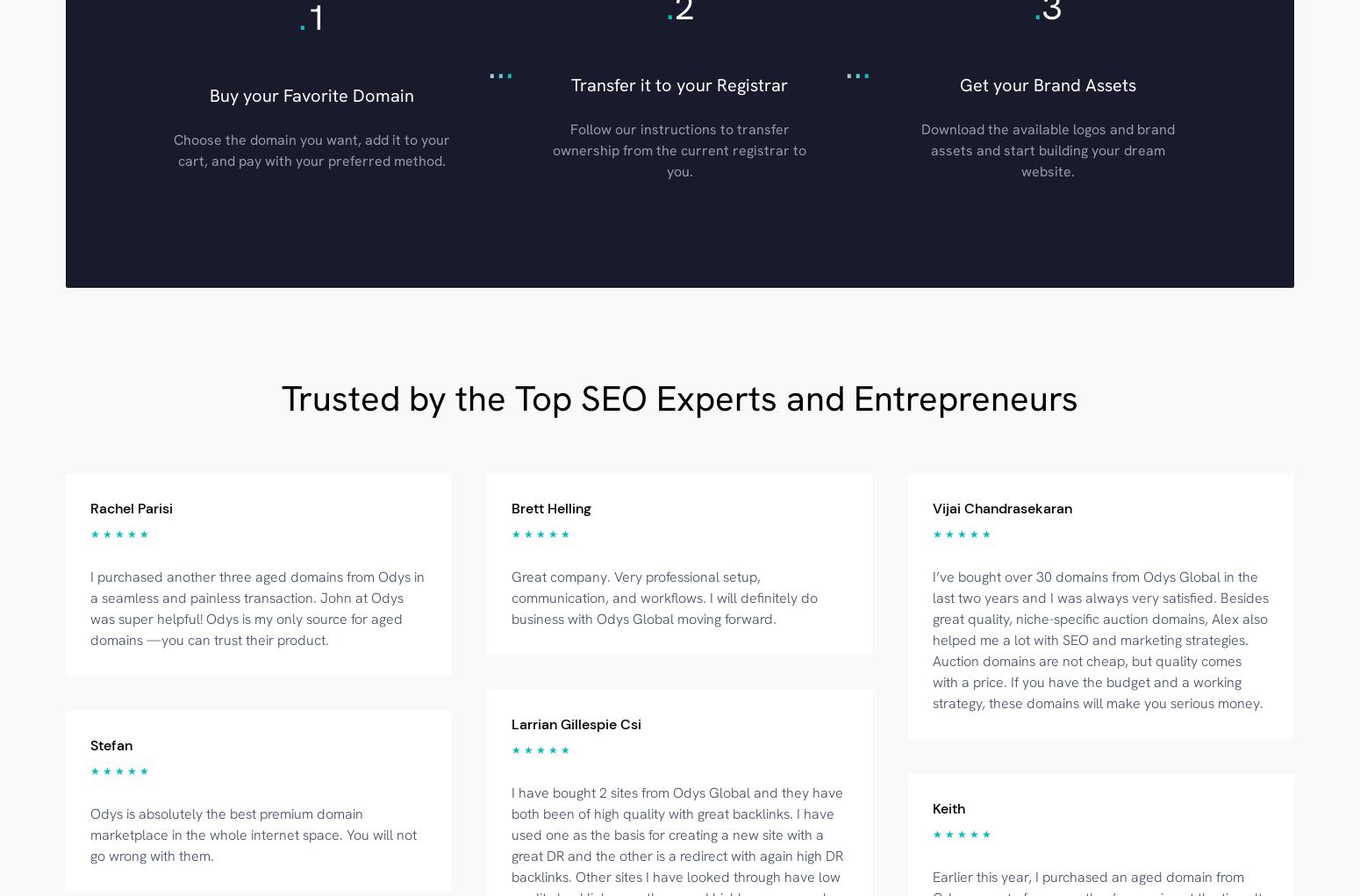 This screenshot has height=896, width=1360. Describe the element at coordinates (1047, 82) in the screenshot. I see `'Get your Brand Assets'` at that location.